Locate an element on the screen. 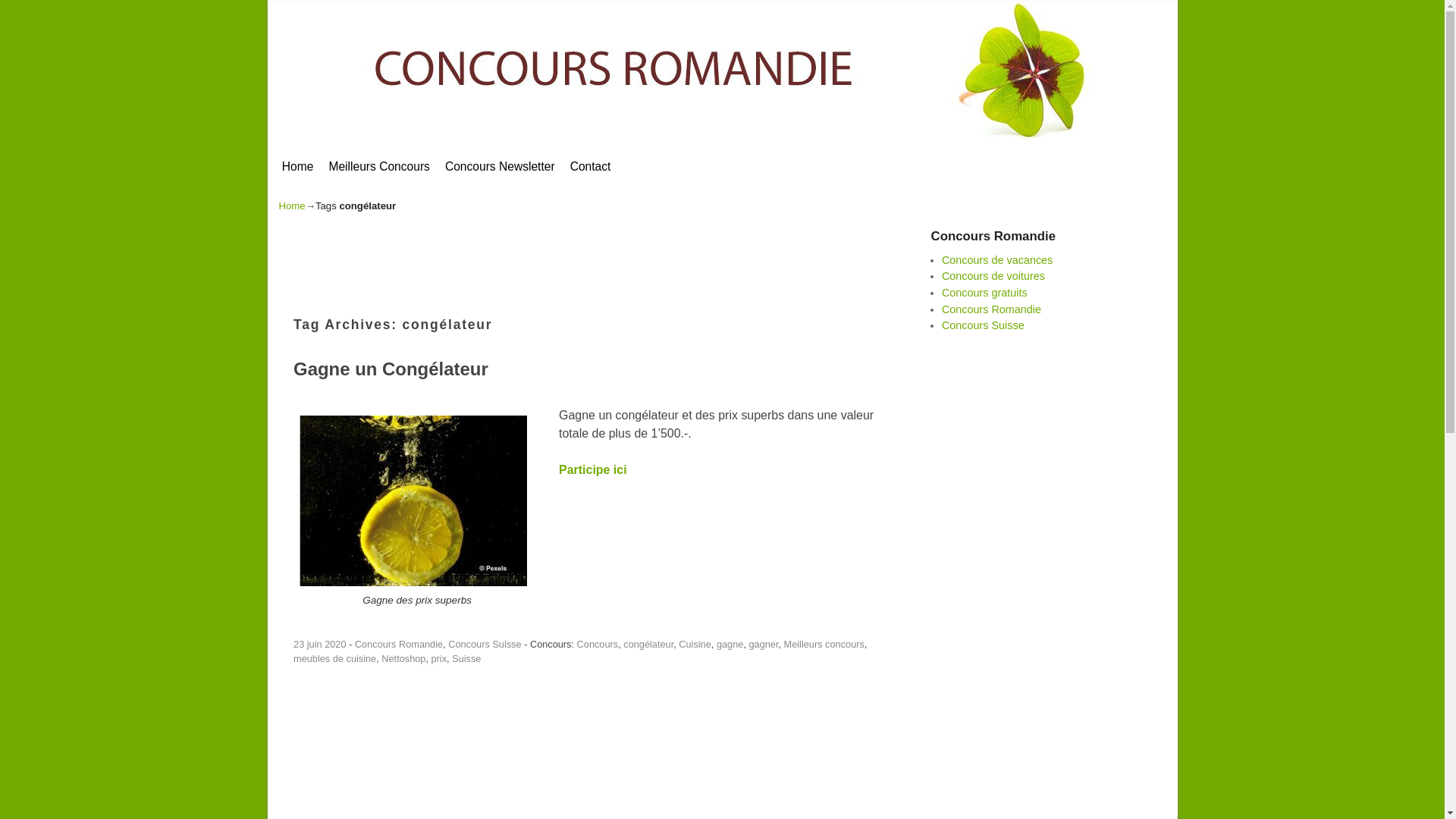 The width and height of the screenshot is (1456, 819). 'prix' is located at coordinates (438, 657).